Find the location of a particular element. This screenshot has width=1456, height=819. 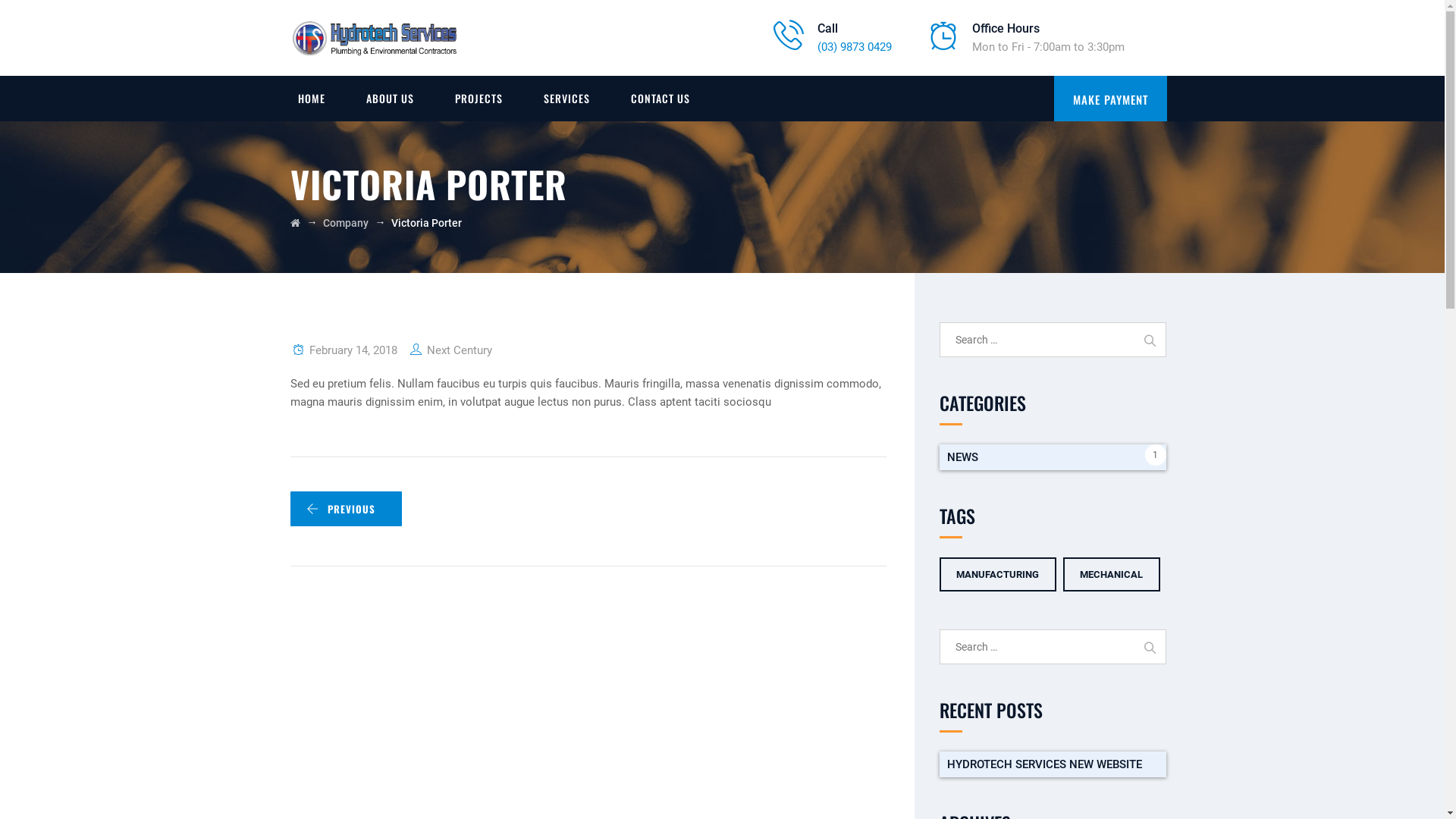

'HYDROTECH SERVICES NEW WEBSITE' is located at coordinates (1051, 764).